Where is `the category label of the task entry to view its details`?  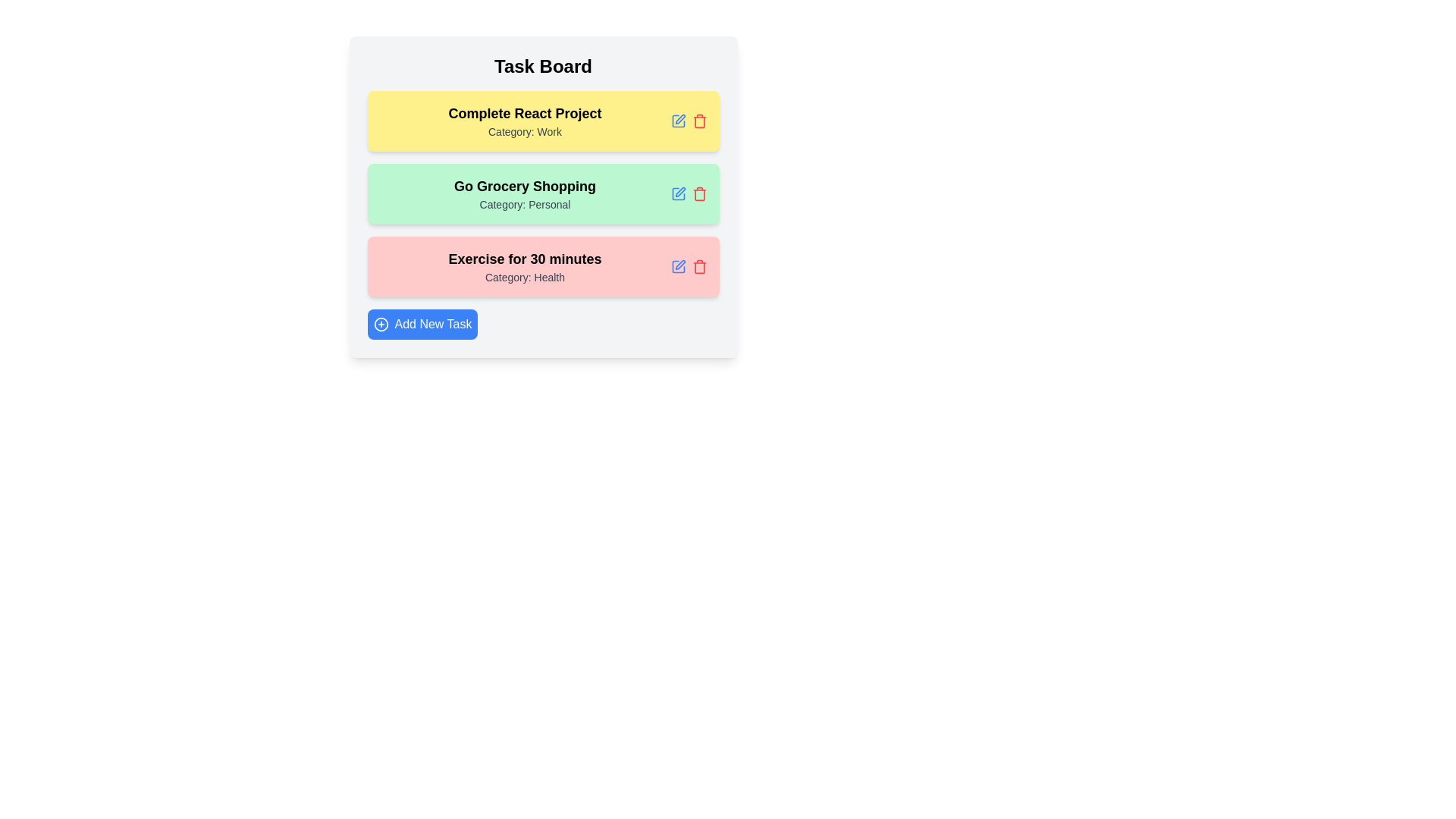
the category label of the task entry to view its details is located at coordinates (525, 130).